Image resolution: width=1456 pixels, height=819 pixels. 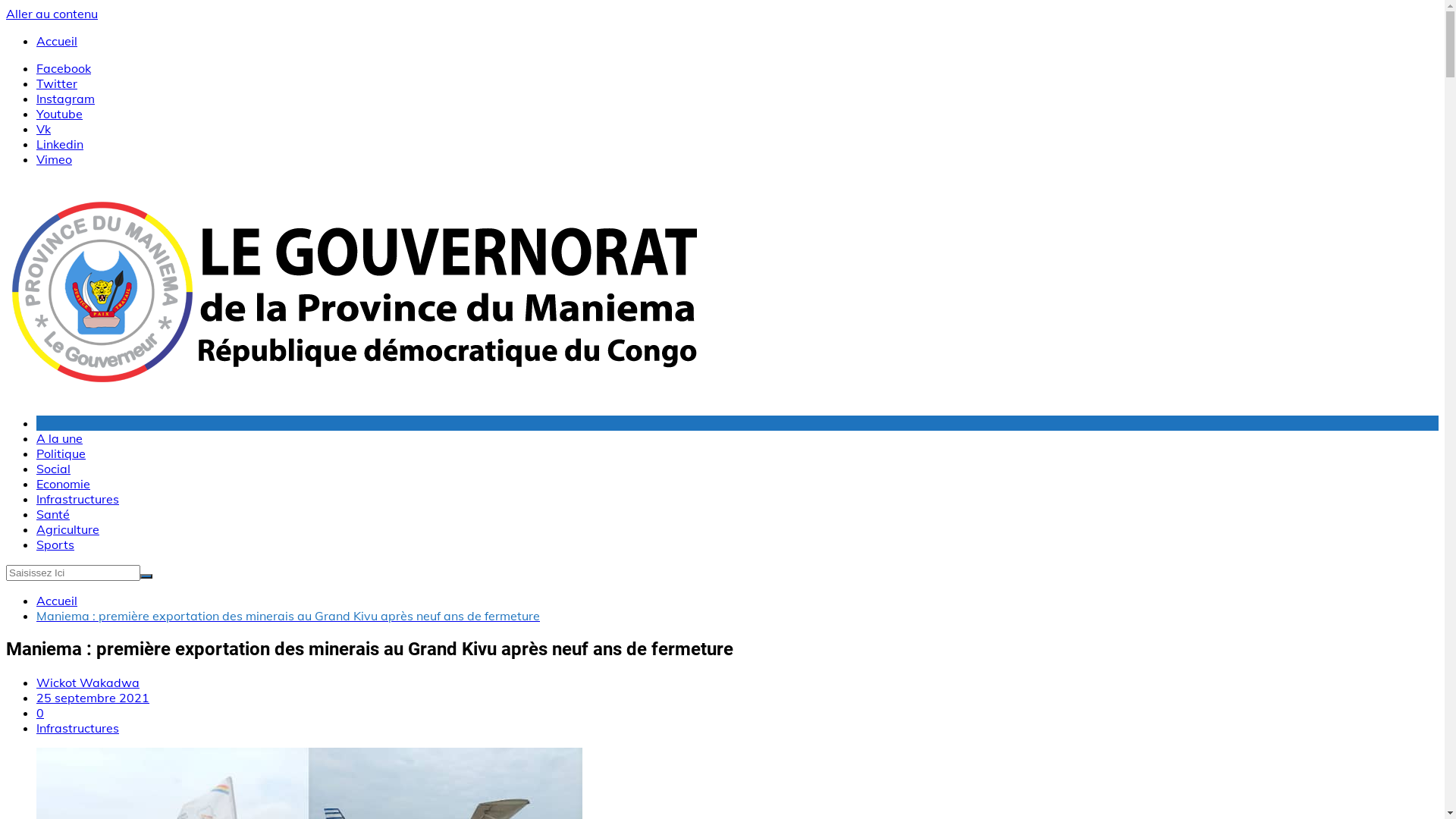 I want to click on 'Vk', so click(x=43, y=127).